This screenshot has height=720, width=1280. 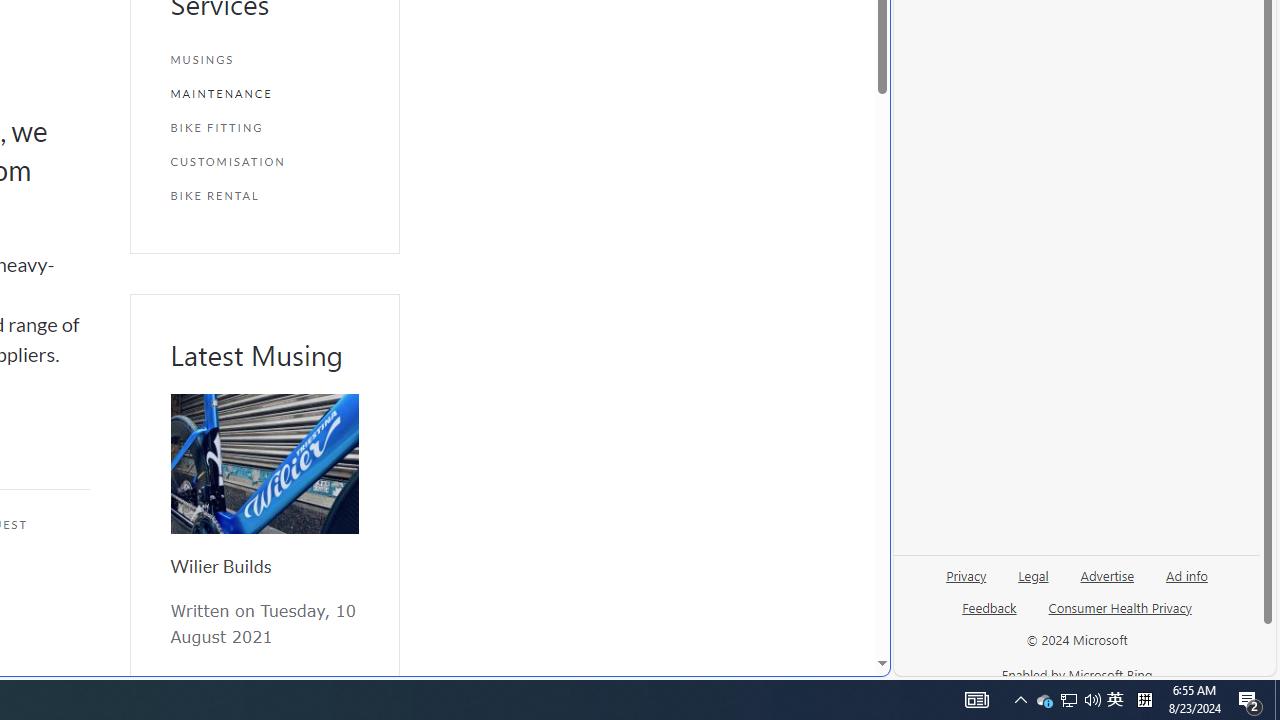 What do you see at coordinates (989, 614) in the screenshot?
I see `'Feedback'` at bounding box center [989, 614].